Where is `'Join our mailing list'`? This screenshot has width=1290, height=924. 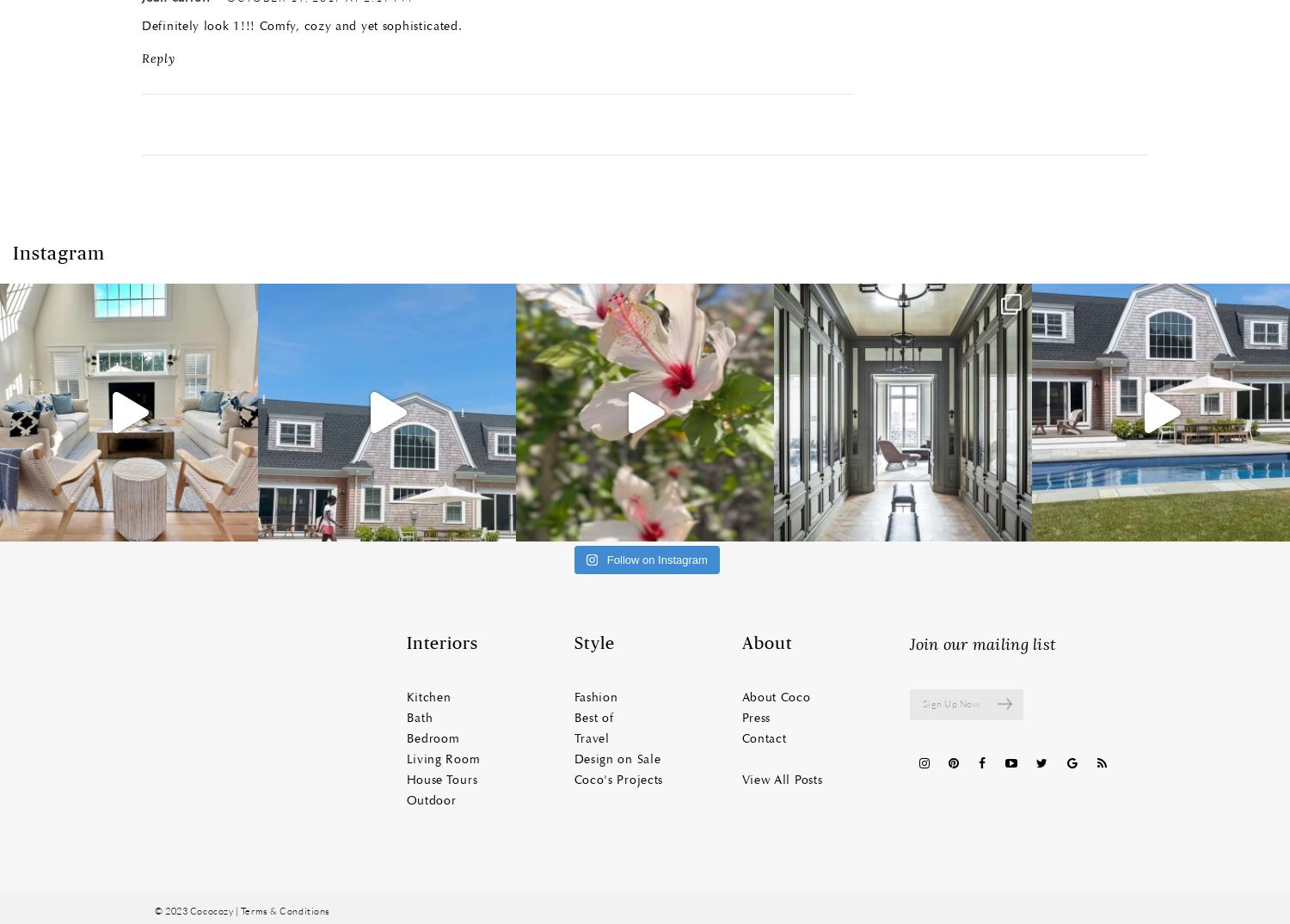
'Join our mailing list' is located at coordinates (982, 644).